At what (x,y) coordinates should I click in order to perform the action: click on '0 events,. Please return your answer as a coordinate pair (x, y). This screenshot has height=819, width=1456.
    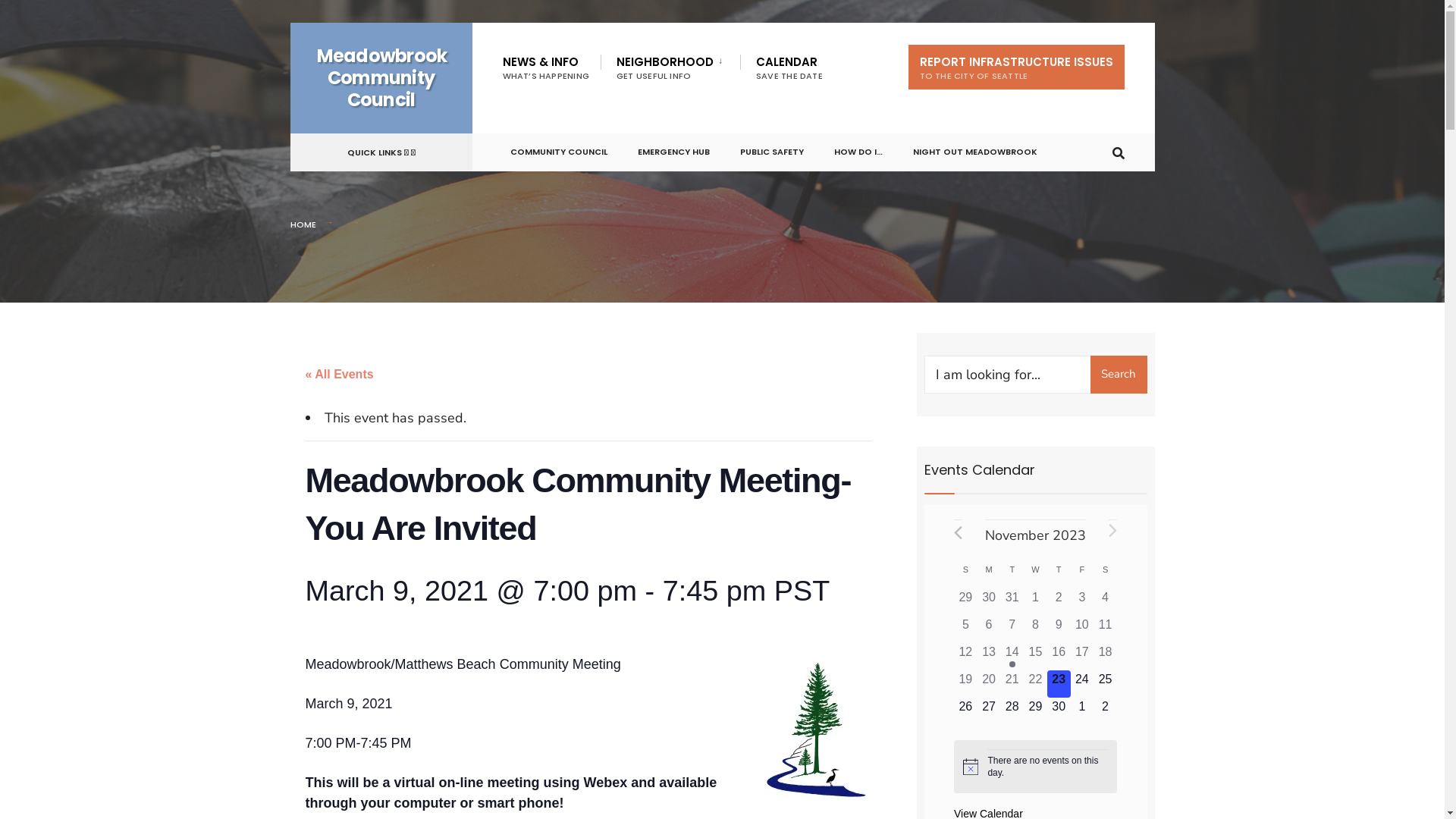
    Looking at the image, I should click on (1105, 684).